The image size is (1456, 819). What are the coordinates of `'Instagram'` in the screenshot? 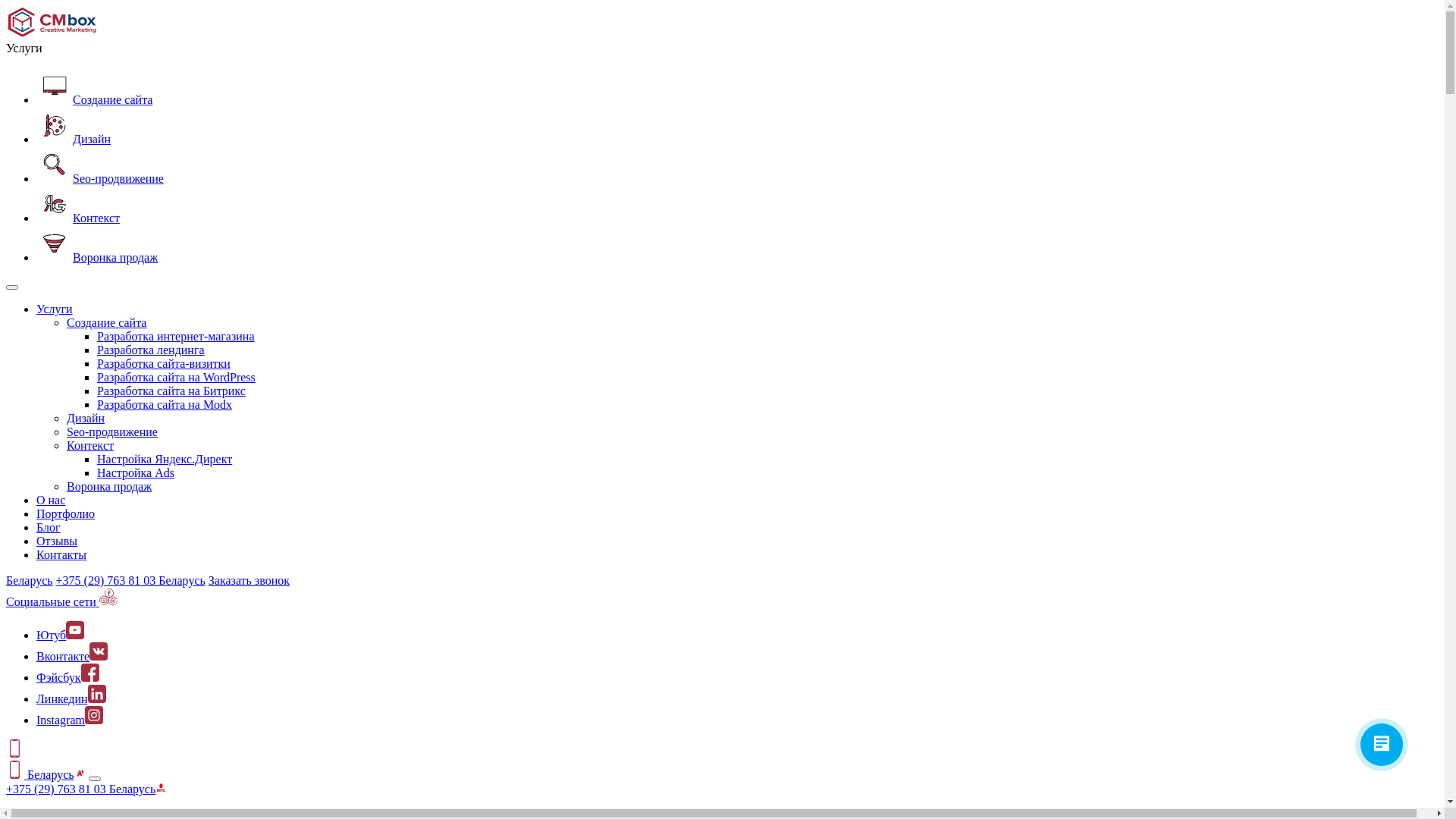 It's located at (68, 719).